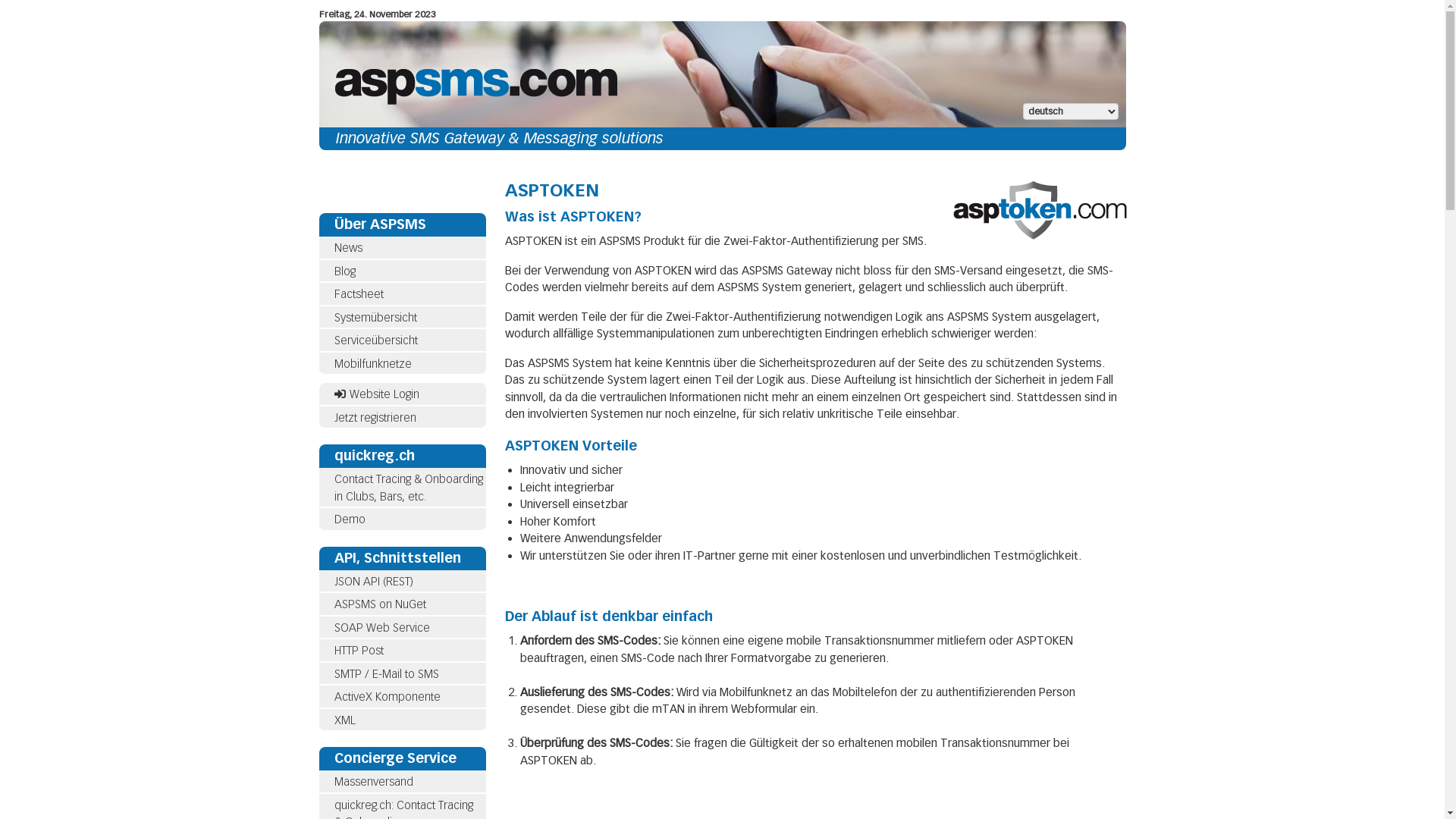  What do you see at coordinates (318, 455) in the screenshot?
I see `'quickreg.ch'` at bounding box center [318, 455].